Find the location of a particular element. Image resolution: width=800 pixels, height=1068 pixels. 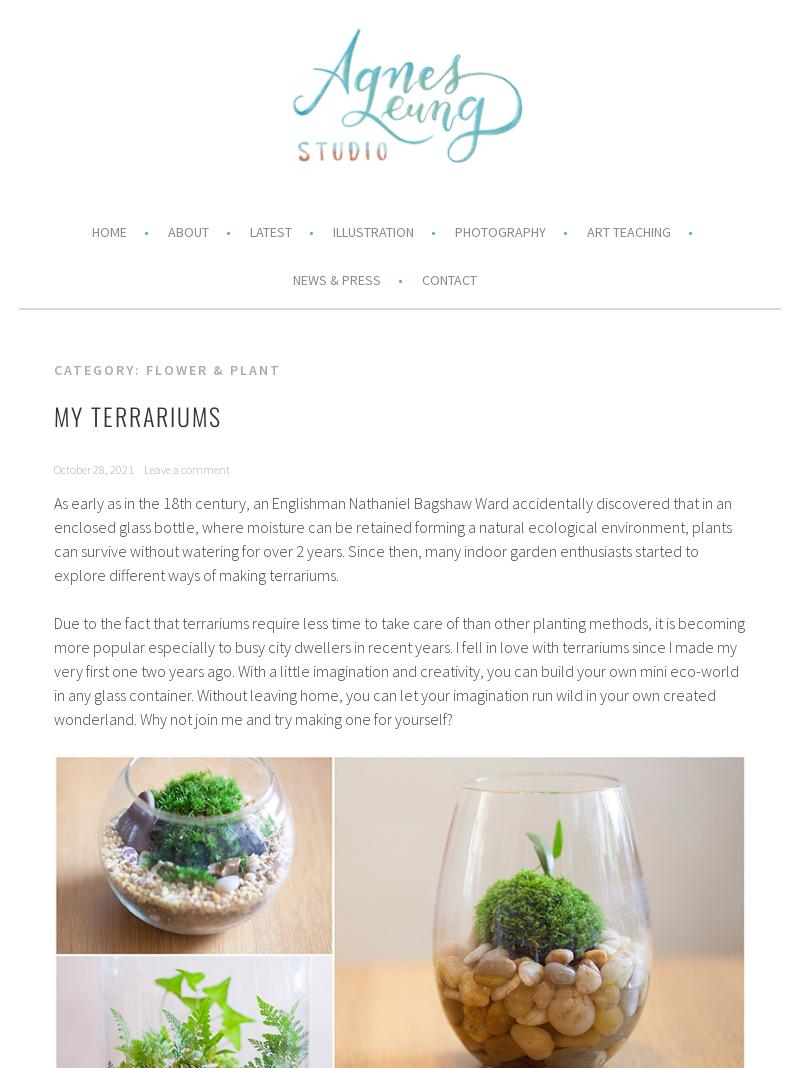

'Category:' is located at coordinates (100, 368).